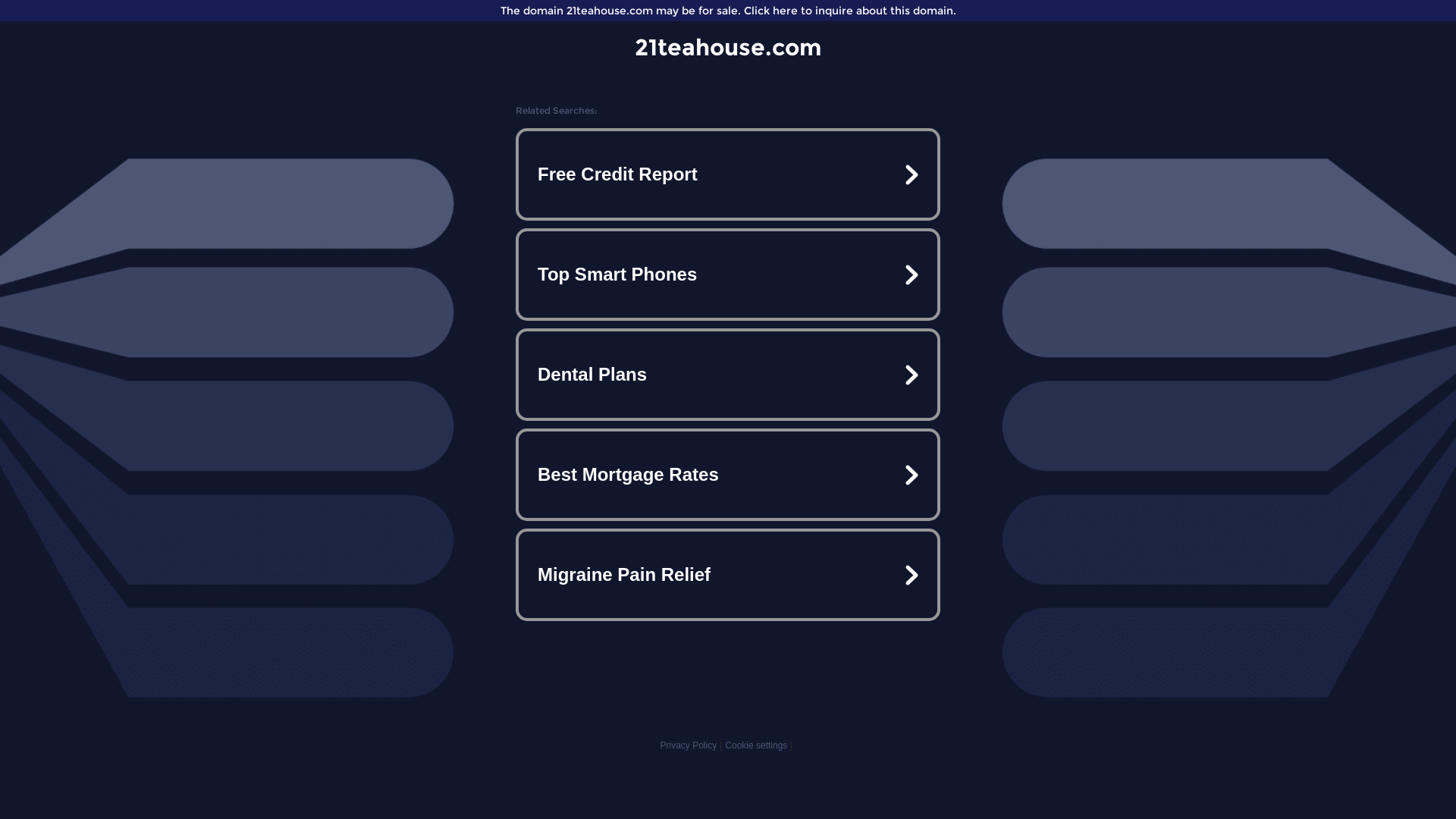 Image resolution: width=1456 pixels, height=819 pixels. Describe the element at coordinates (723, 745) in the screenshot. I see `'Cookie settings'` at that location.